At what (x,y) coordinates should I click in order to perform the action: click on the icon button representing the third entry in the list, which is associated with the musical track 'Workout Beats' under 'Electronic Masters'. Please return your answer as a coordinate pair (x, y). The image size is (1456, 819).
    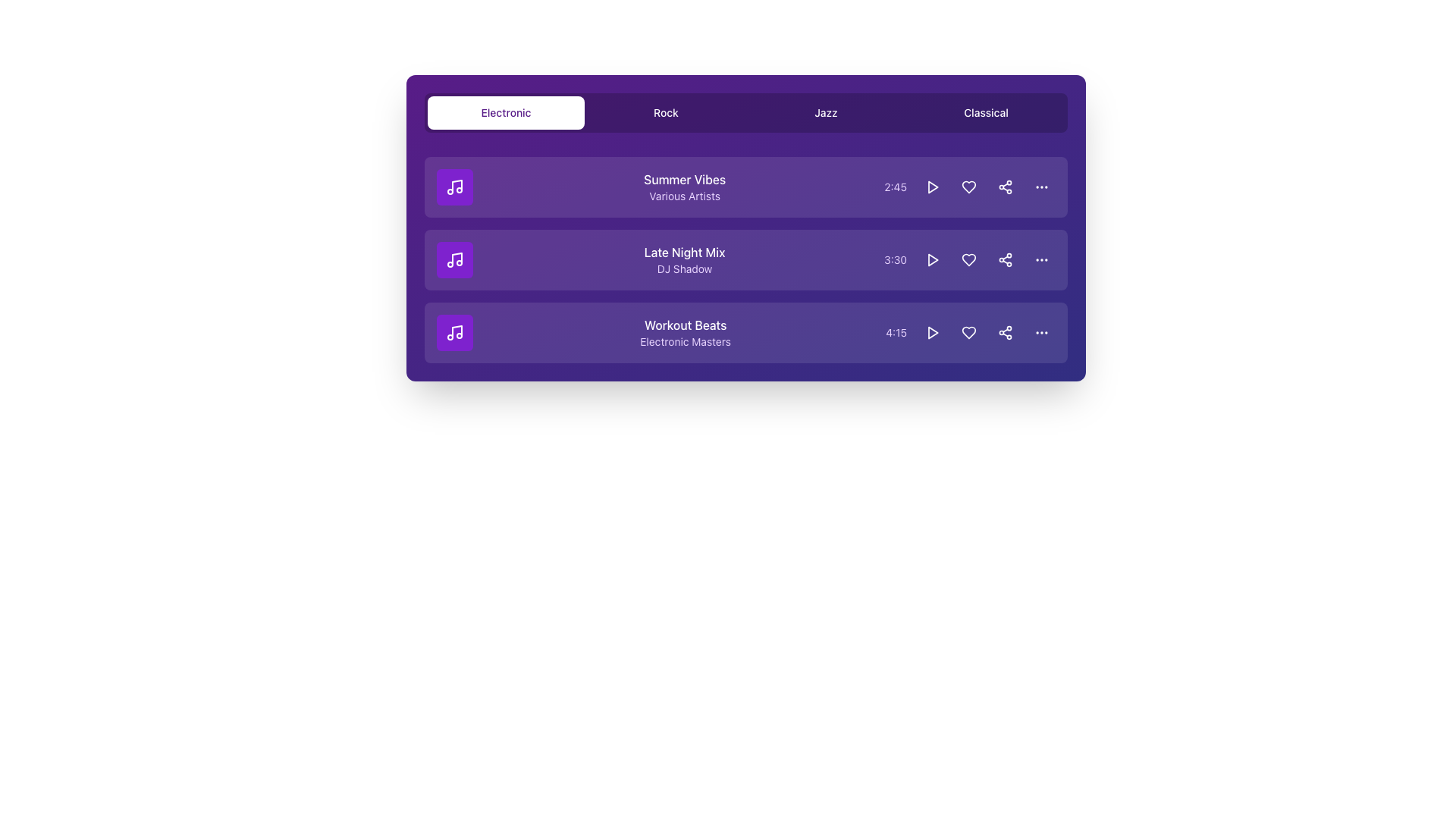
    Looking at the image, I should click on (454, 332).